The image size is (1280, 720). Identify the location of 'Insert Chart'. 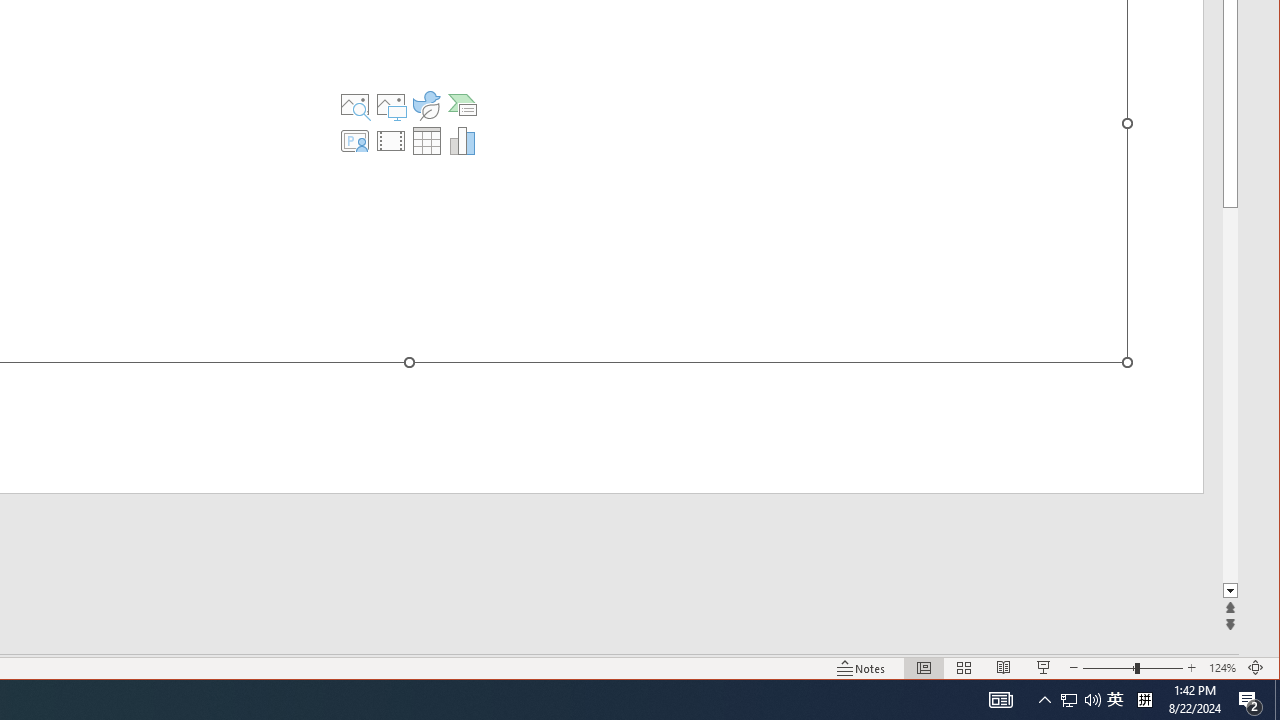
(461, 140).